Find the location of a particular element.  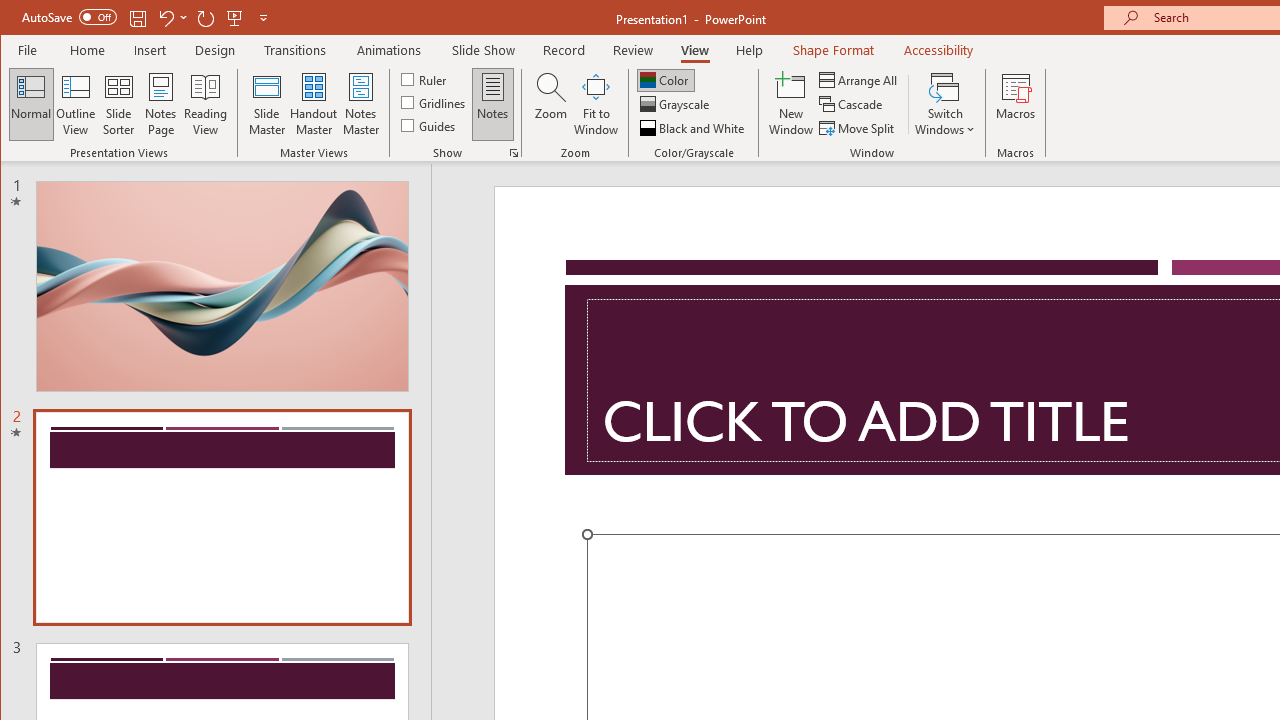

'Zoom...' is located at coordinates (551, 104).